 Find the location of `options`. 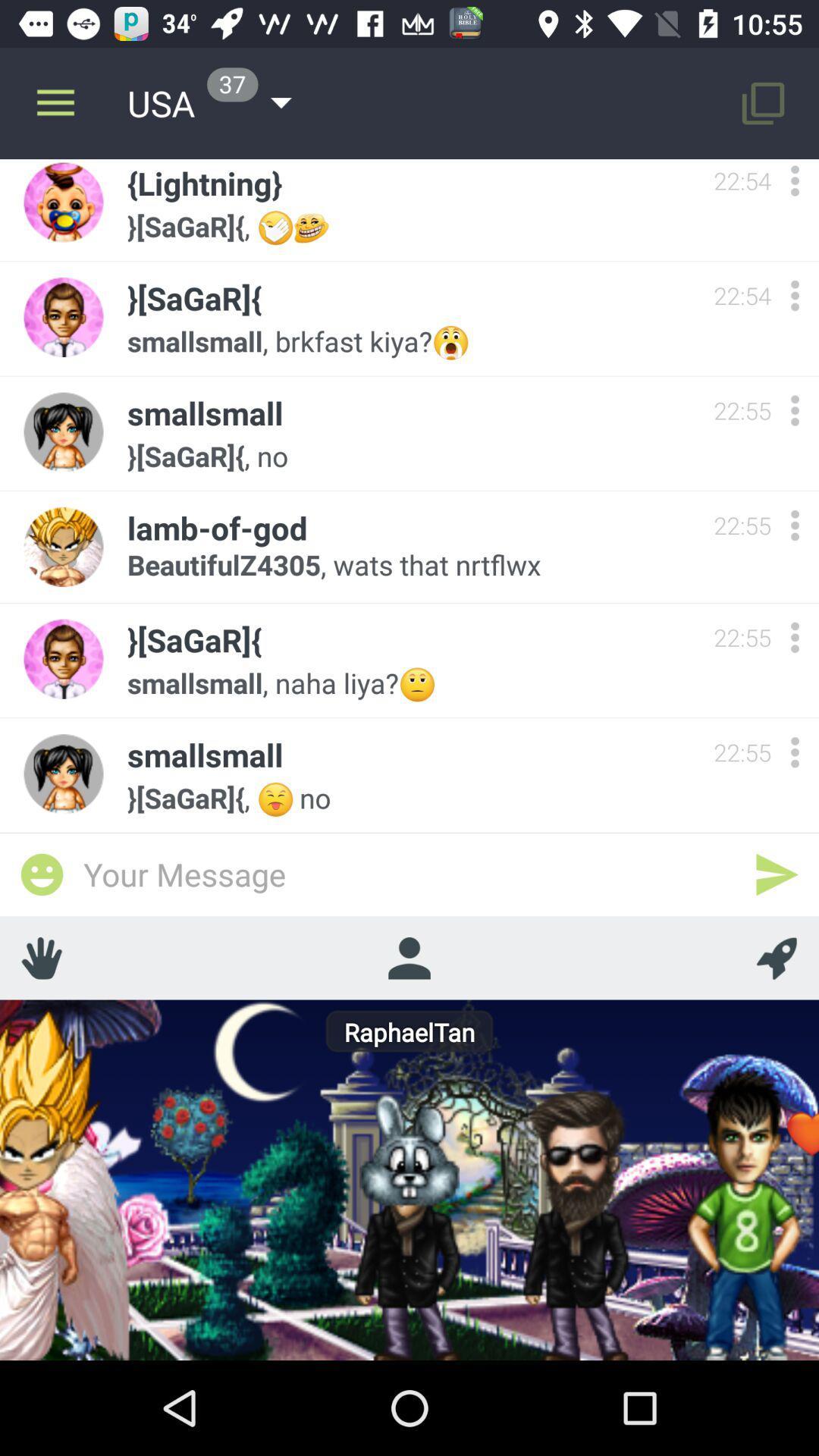

options is located at coordinates (794, 295).